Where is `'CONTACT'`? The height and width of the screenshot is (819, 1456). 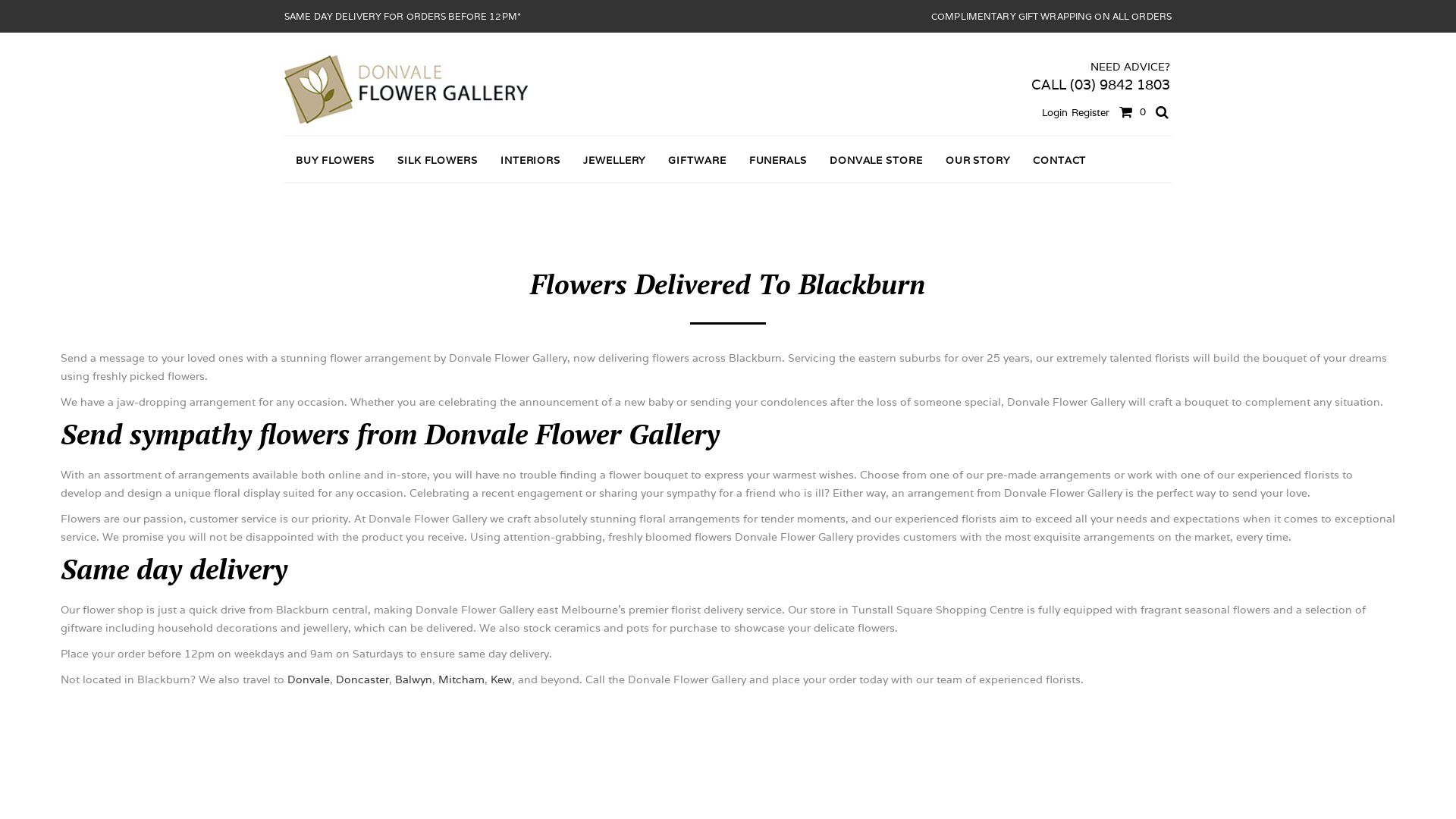
'CONTACT' is located at coordinates (1058, 160).